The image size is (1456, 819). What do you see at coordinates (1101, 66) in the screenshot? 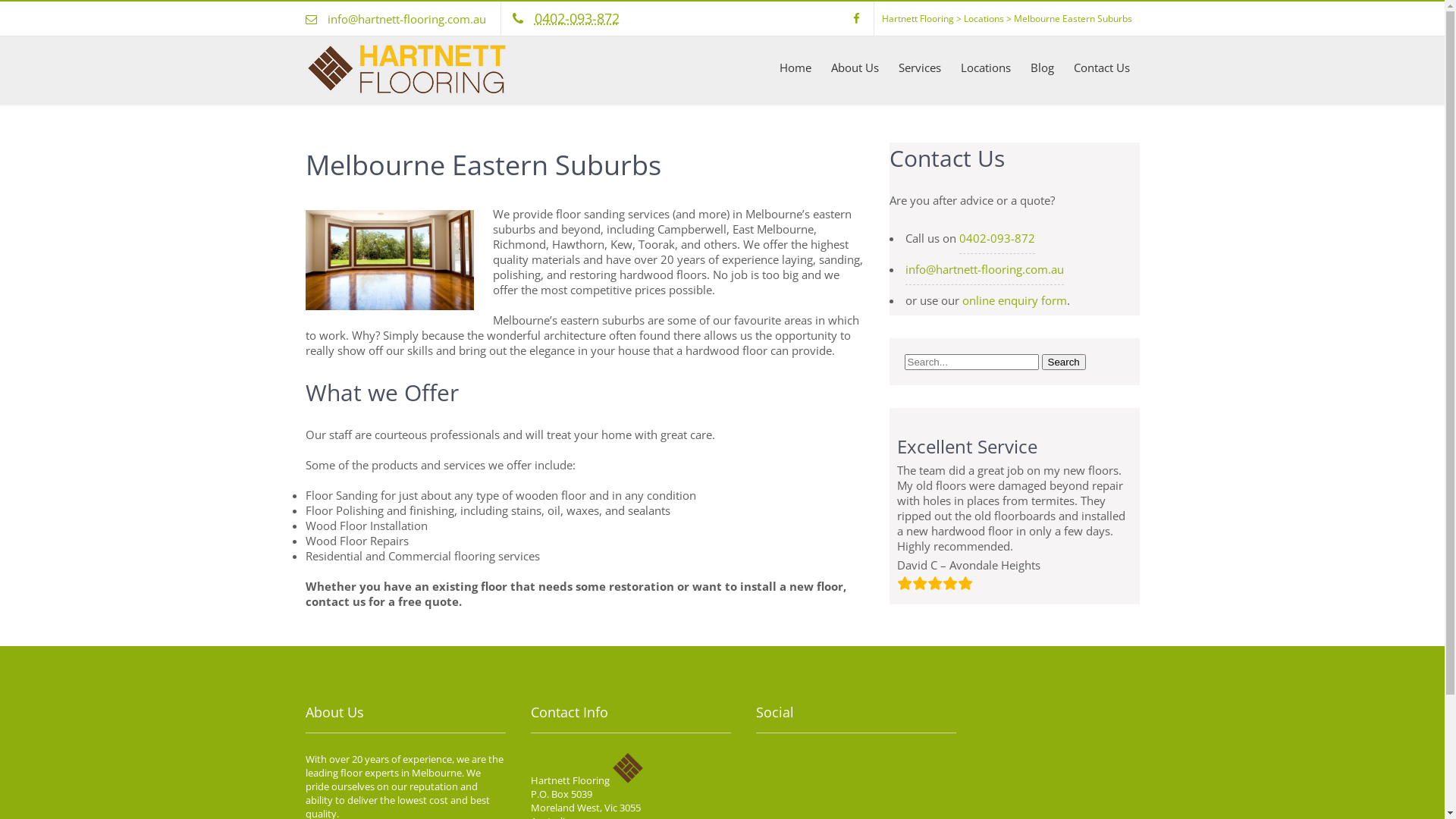
I see `'Contact Us'` at bounding box center [1101, 66].